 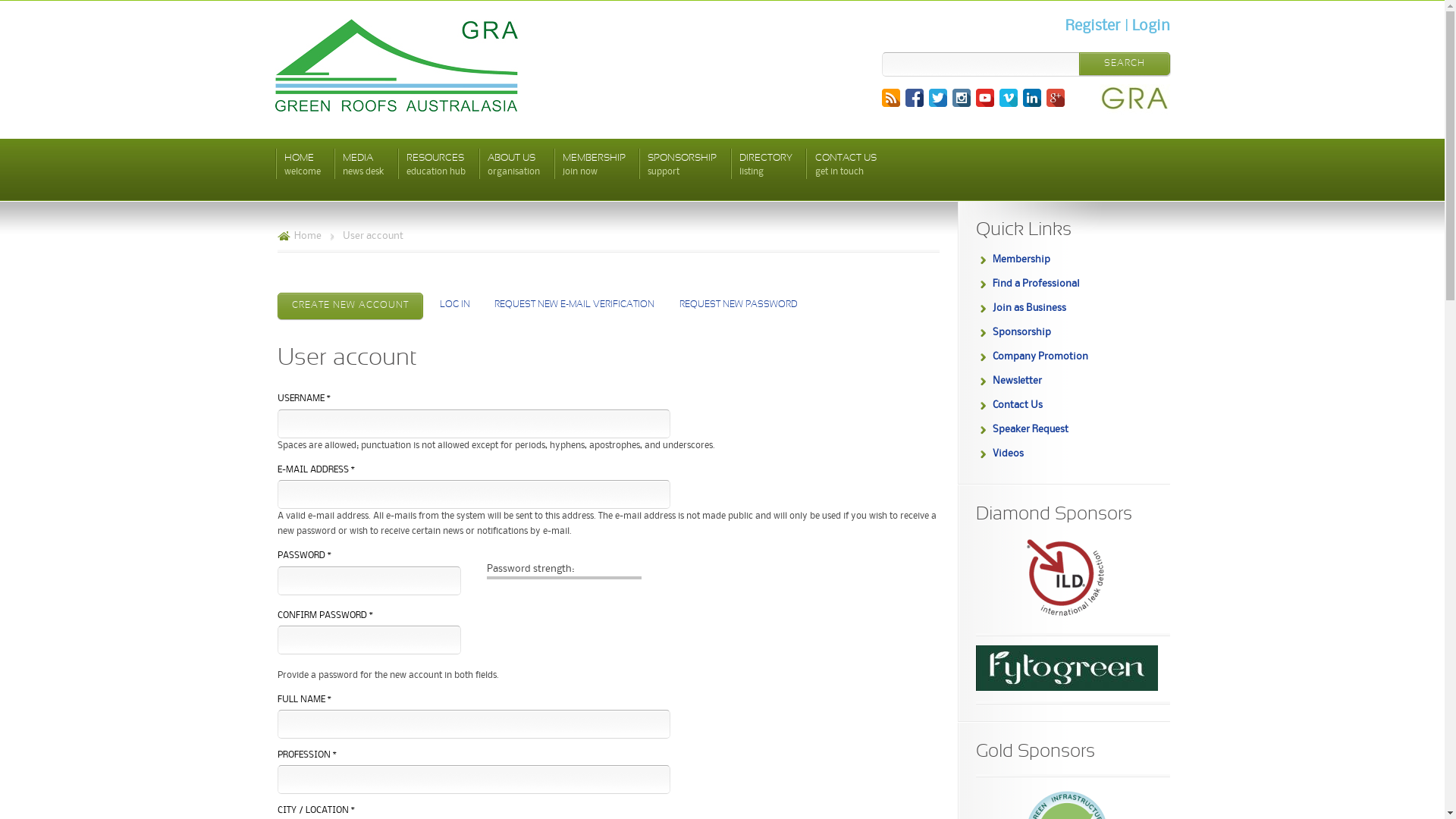 What do you see at coordinates (1039, 356) in the screenshot?
I see `'Company Promotion'` at bounding box center [1039, 356].